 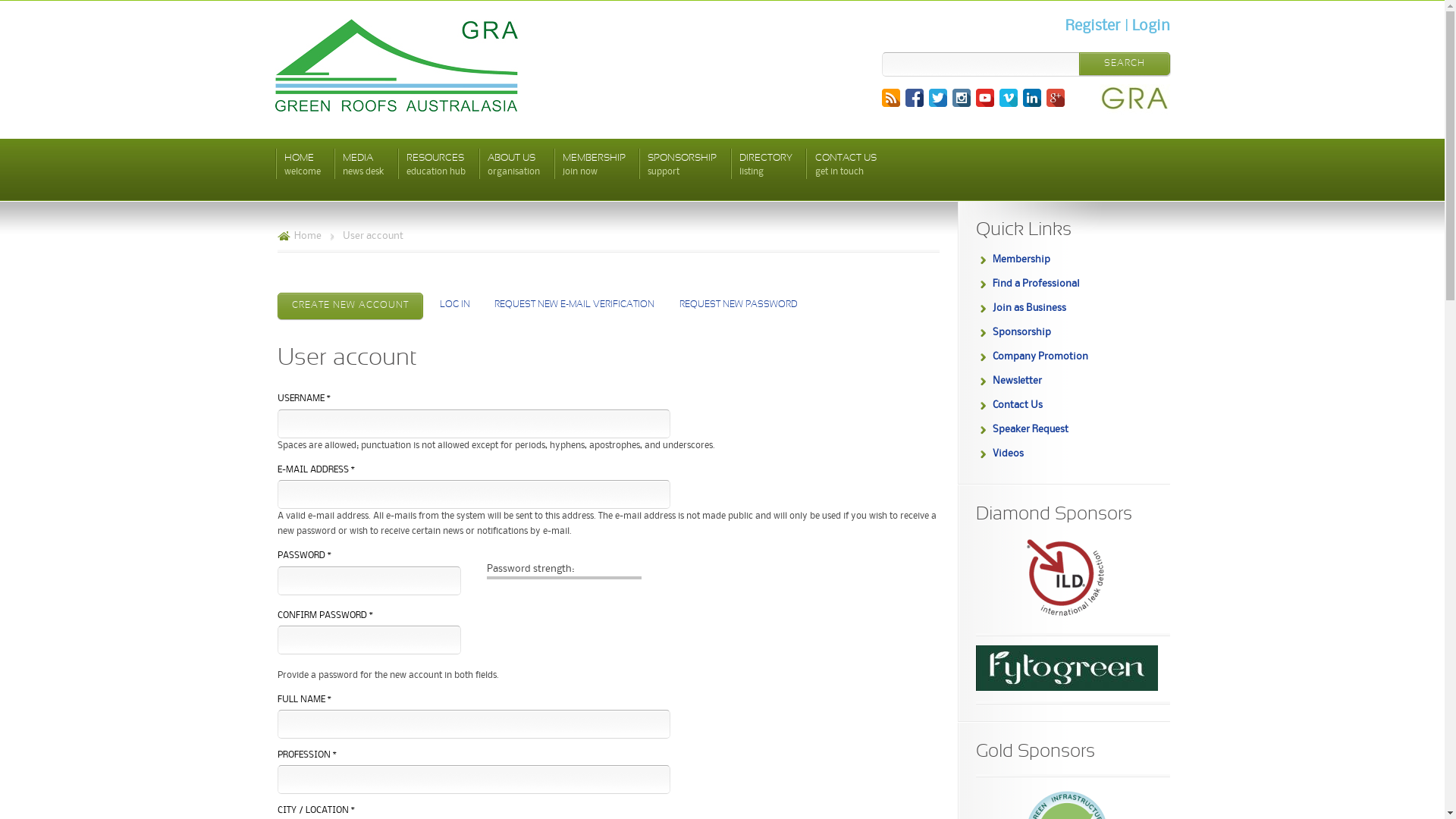 What do you see at coordinates (1039, 356) in the screenshot?
I see `'Company Promotion'` at bounding box center [1039, 356].